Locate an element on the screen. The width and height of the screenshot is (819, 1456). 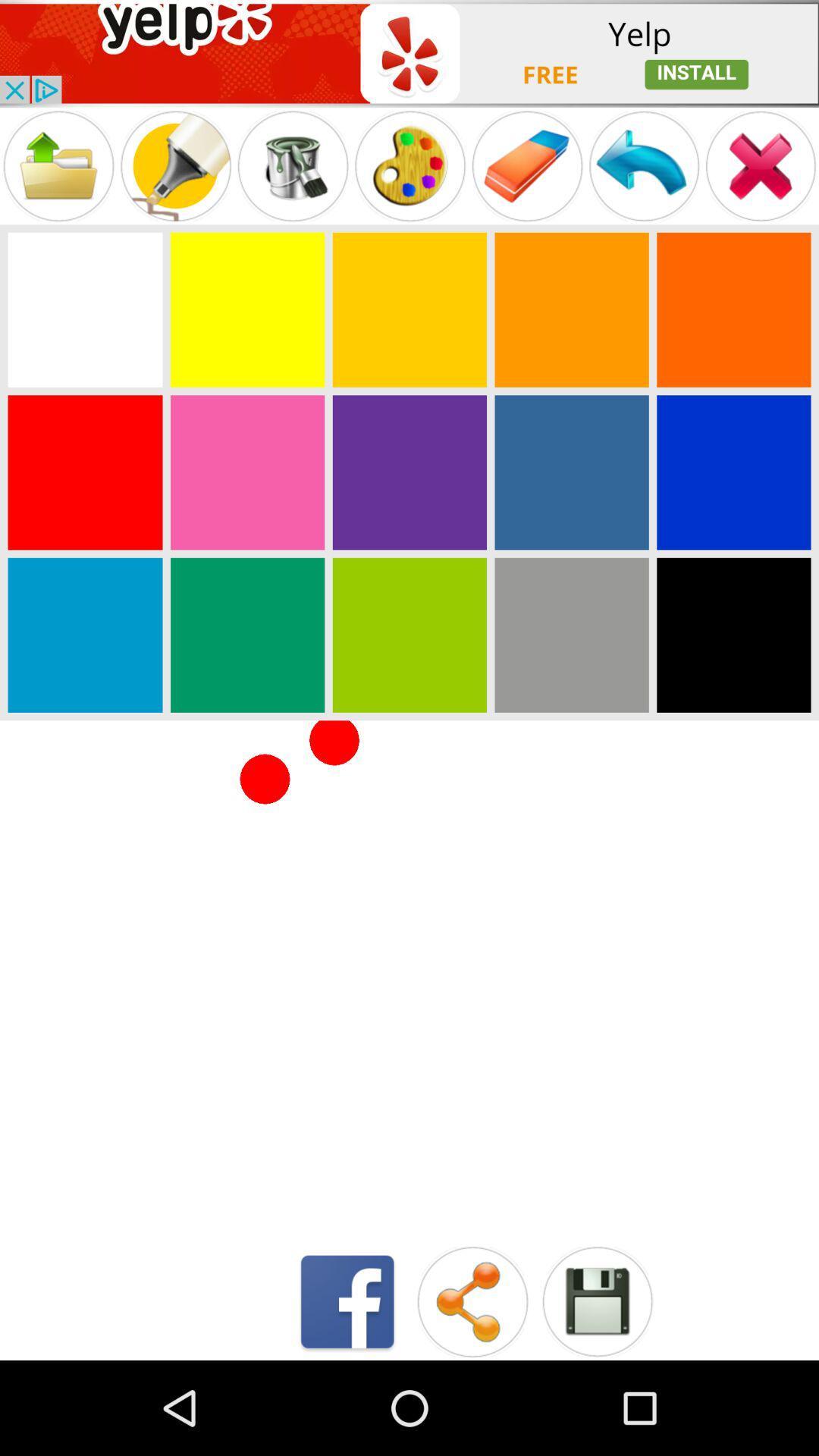
choose a color is located at coordinates (409, 309).